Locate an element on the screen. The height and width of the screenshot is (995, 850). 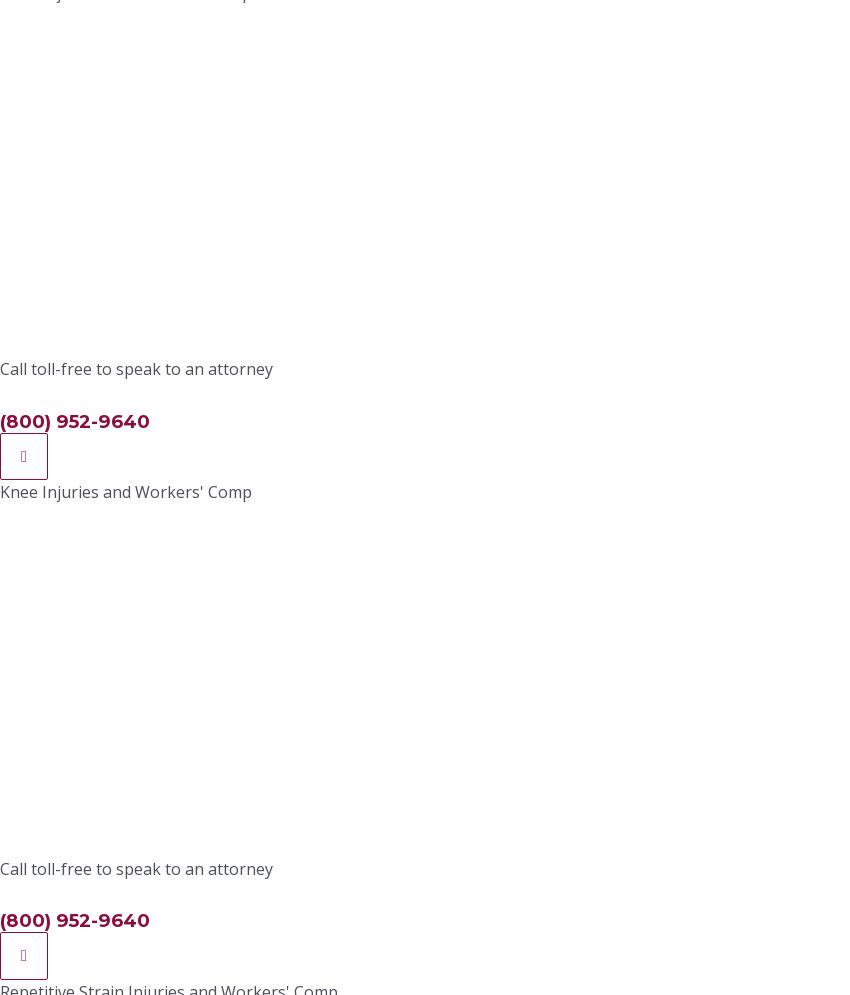
'Give us a call at' is located at coordinates (98, 49).